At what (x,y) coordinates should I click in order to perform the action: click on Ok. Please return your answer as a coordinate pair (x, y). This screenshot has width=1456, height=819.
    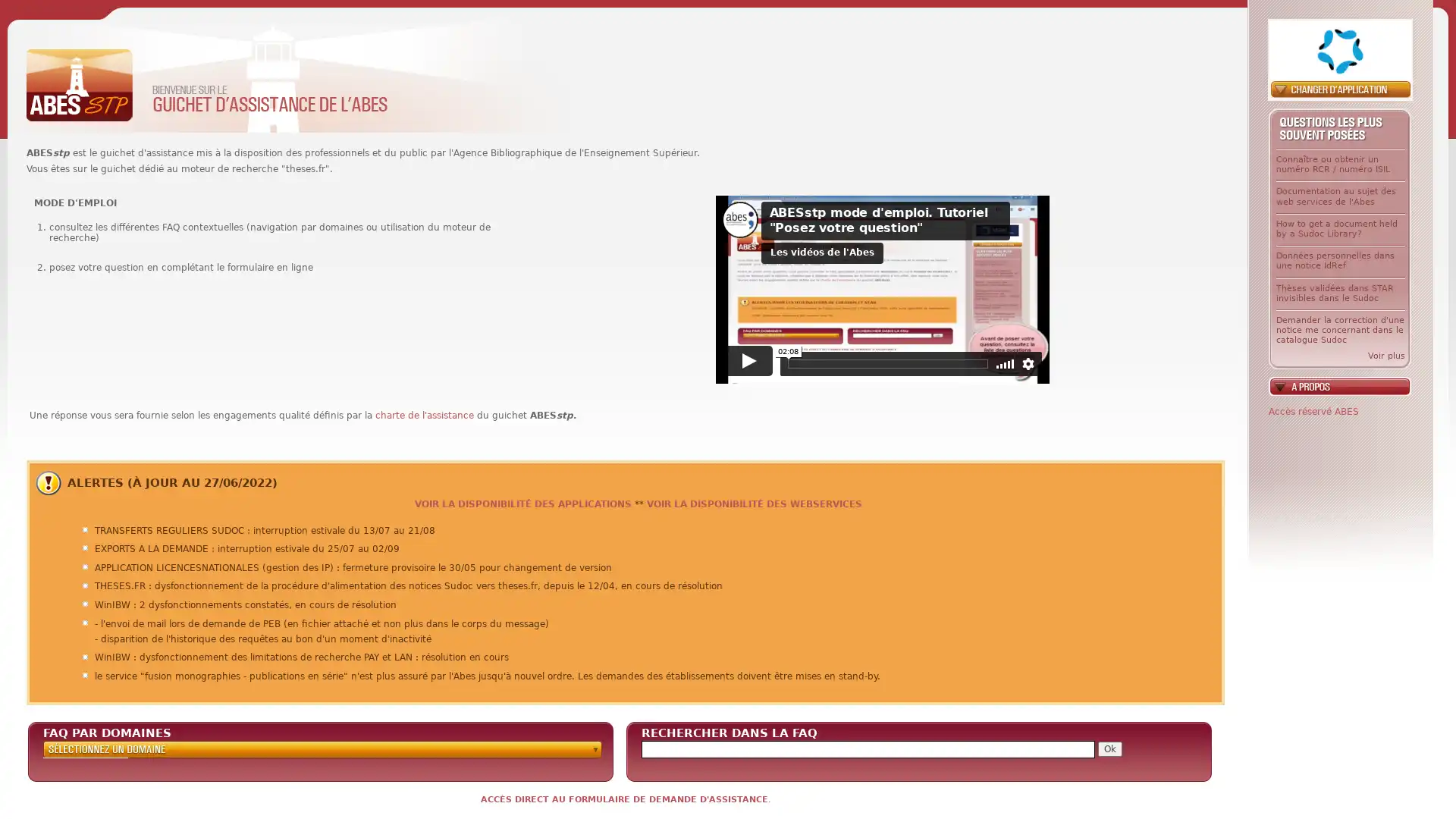
    Looking at the image, I should click on (1109, 748).